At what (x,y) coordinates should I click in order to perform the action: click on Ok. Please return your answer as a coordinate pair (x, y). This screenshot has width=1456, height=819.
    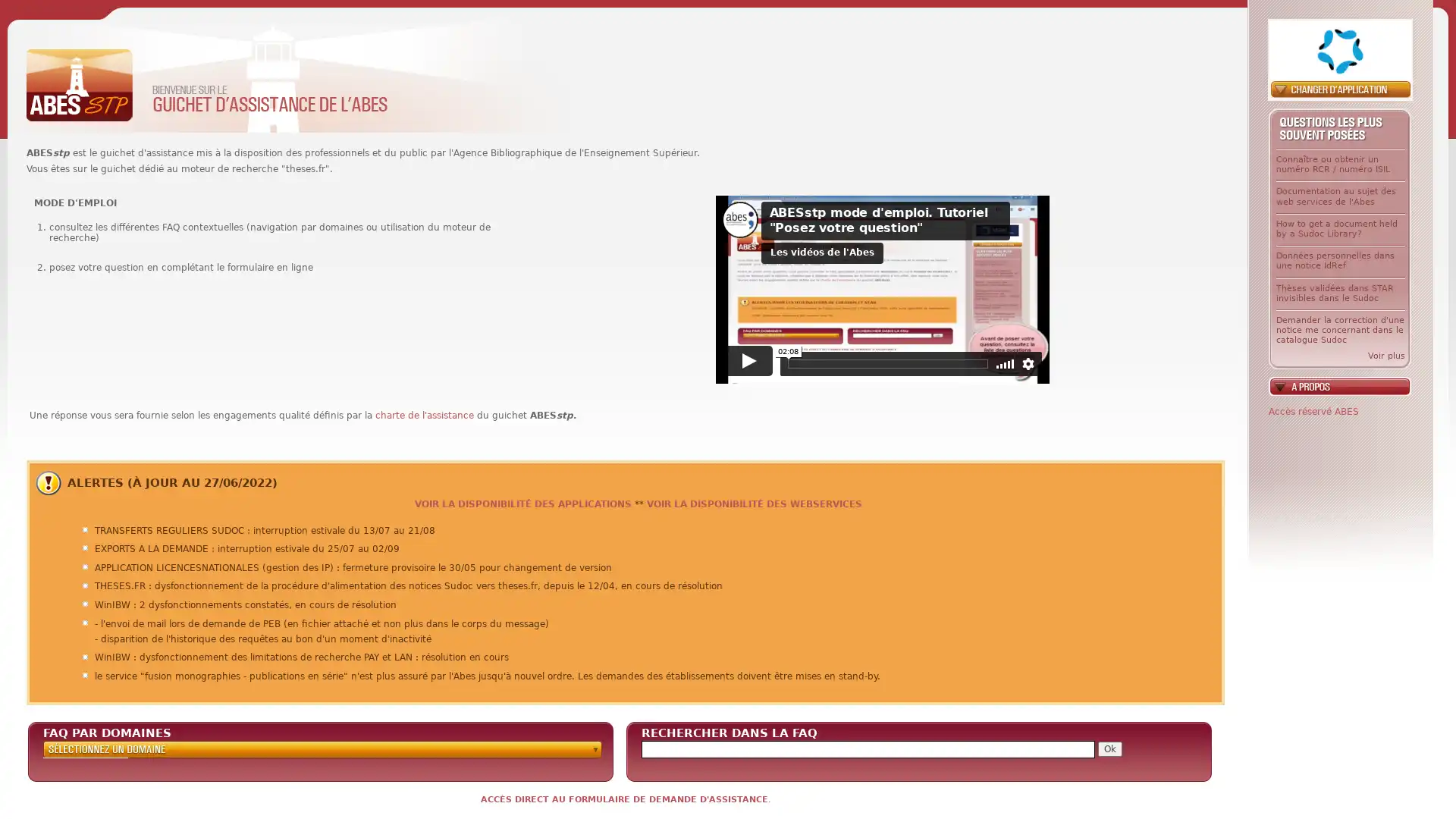
    Looking at the image, I should click on (1109, 748).